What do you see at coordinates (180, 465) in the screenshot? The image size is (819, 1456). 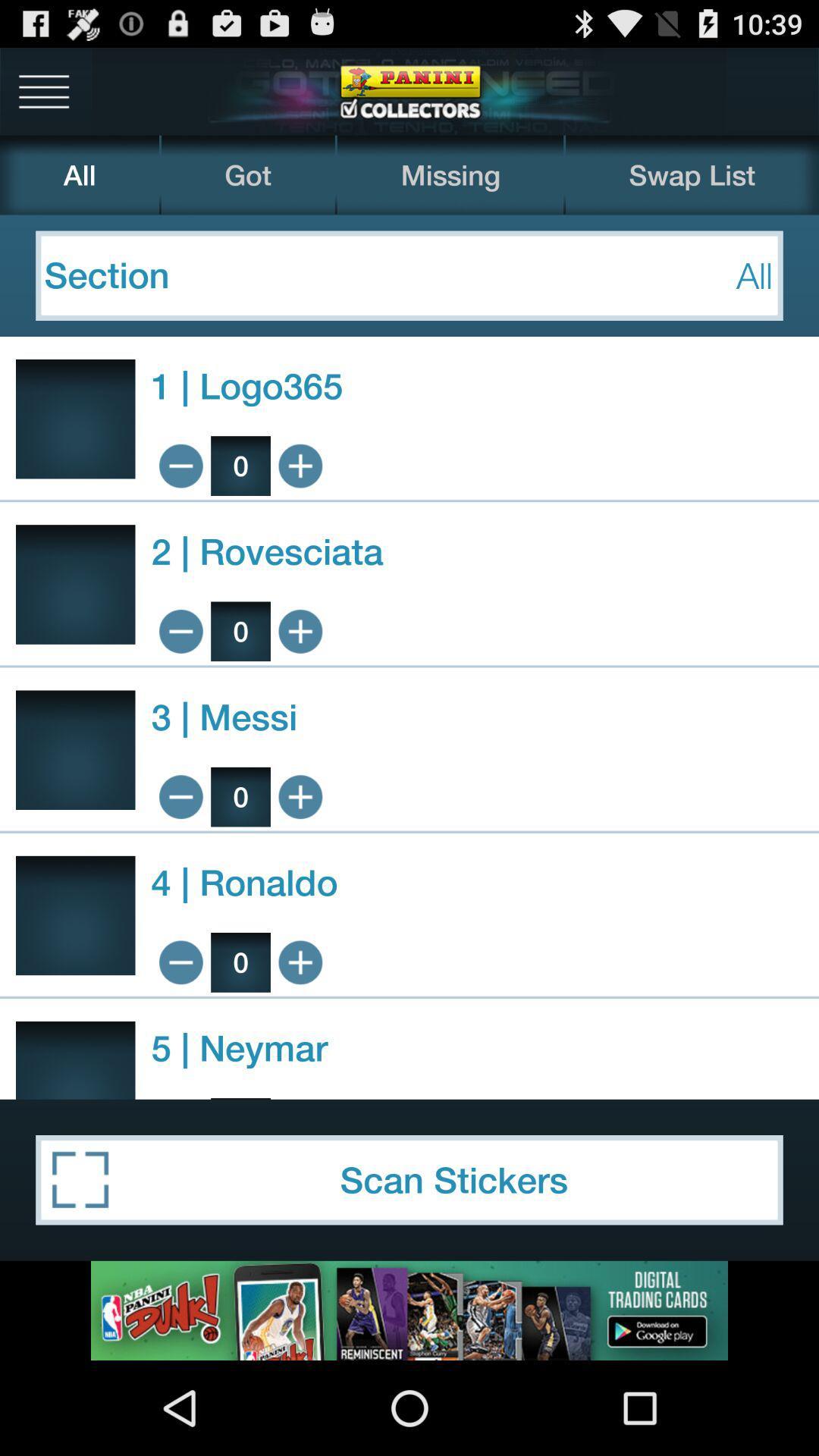 I see `reduce the number of logo365` at bounding box center [180, 465].